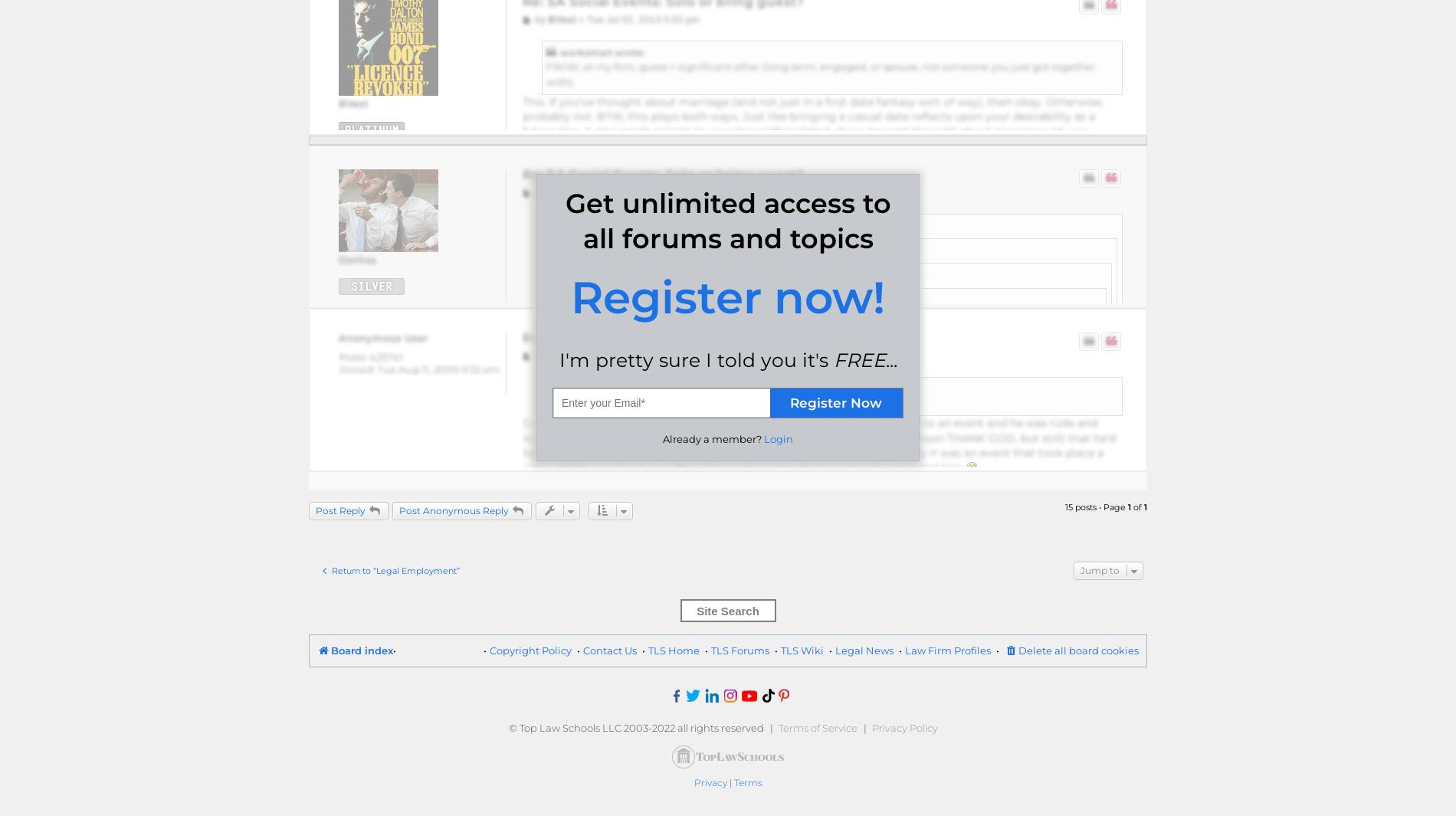 The height and width of the screenshot is (816, 1456). I want to click on 'Login', so click(778, 438).